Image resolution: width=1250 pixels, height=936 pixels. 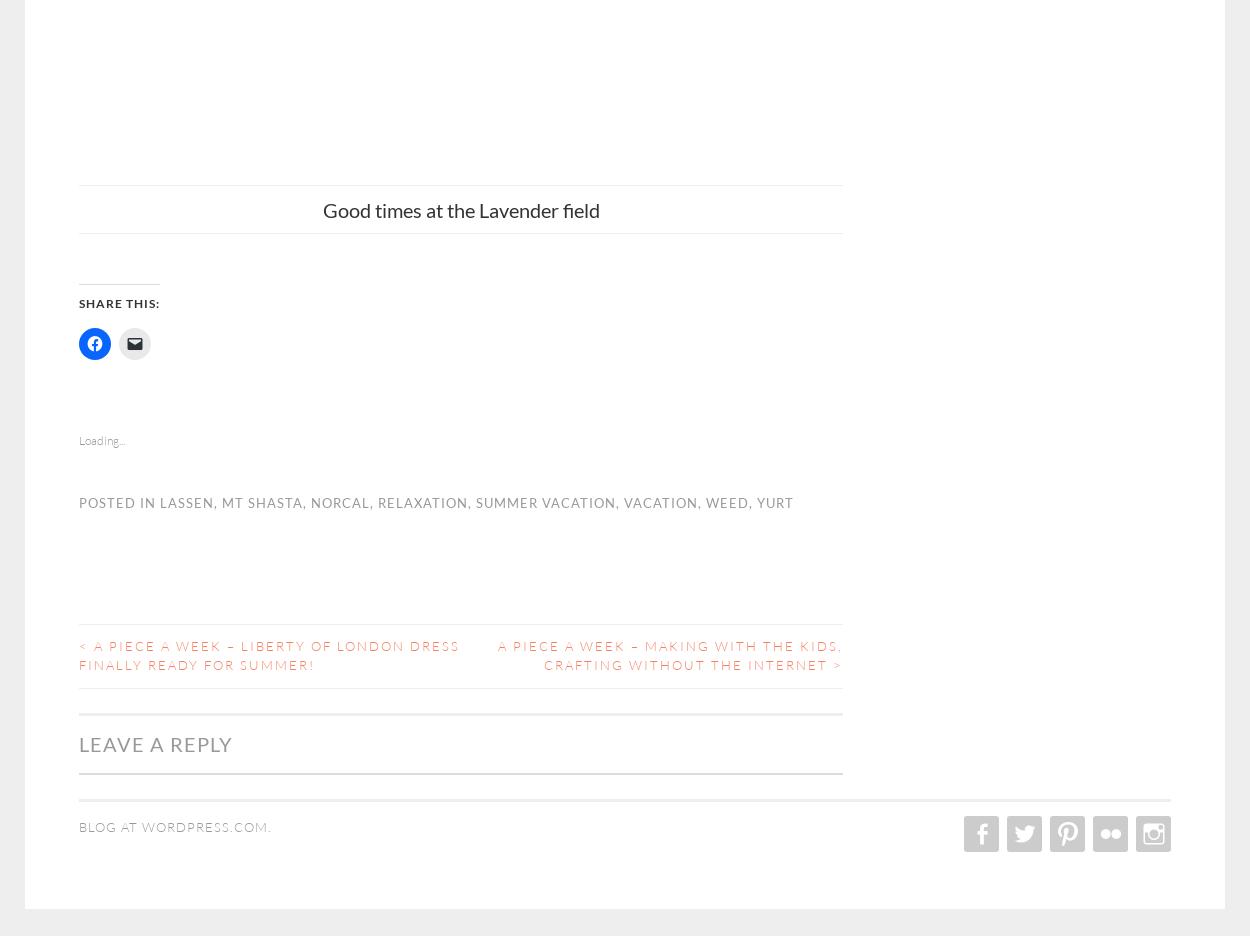 What do you see at coordinates (160, 500) in the screenshot?
I see `'Lassen'` at bounding box center [160, 500].